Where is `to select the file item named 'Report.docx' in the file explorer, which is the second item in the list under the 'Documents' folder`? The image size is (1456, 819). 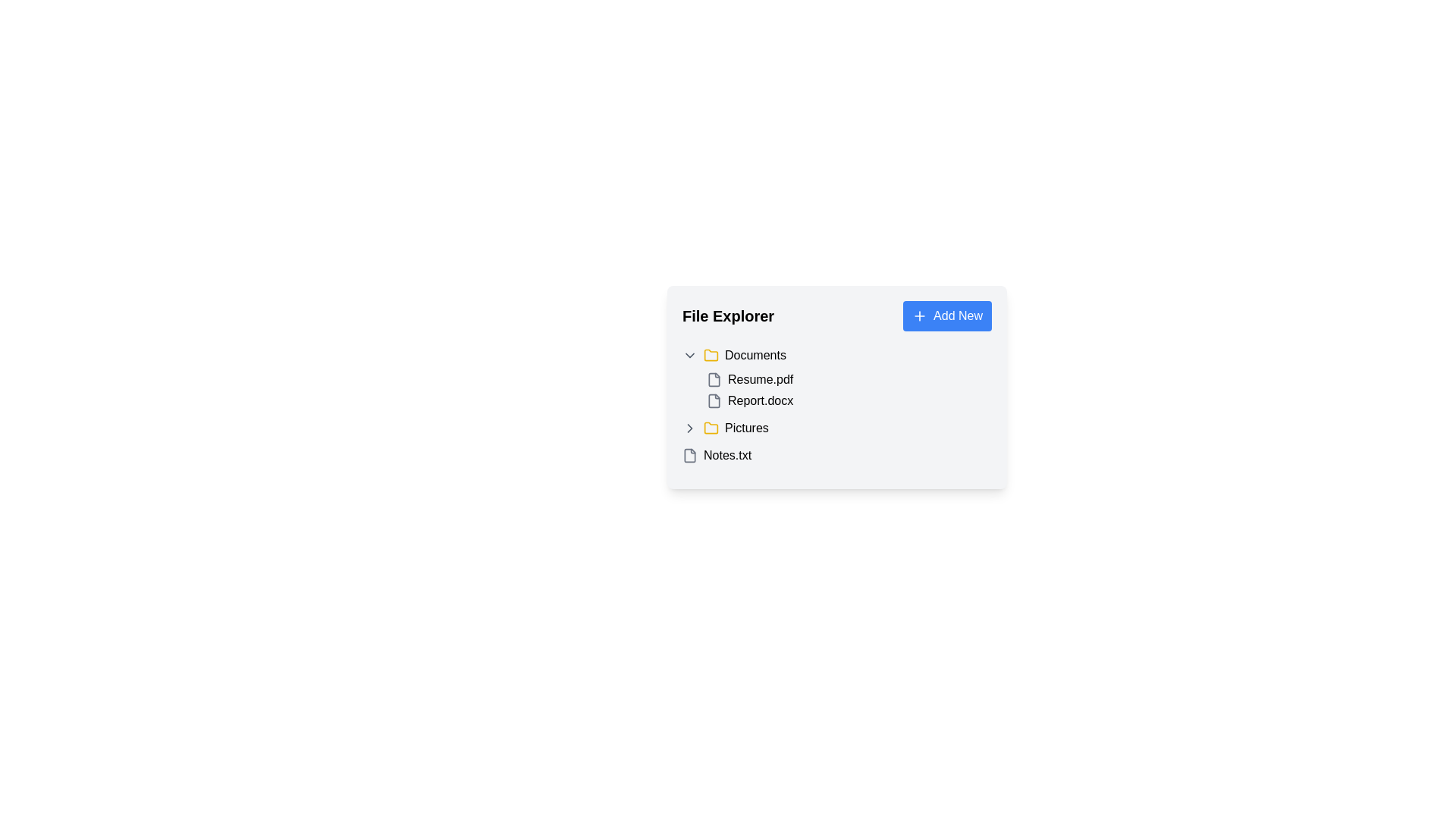 to select the file item named 'Report.docx' in the file explorer, which is the second item in the list under the 'Documents' folder is located at coordinates (848, 400).